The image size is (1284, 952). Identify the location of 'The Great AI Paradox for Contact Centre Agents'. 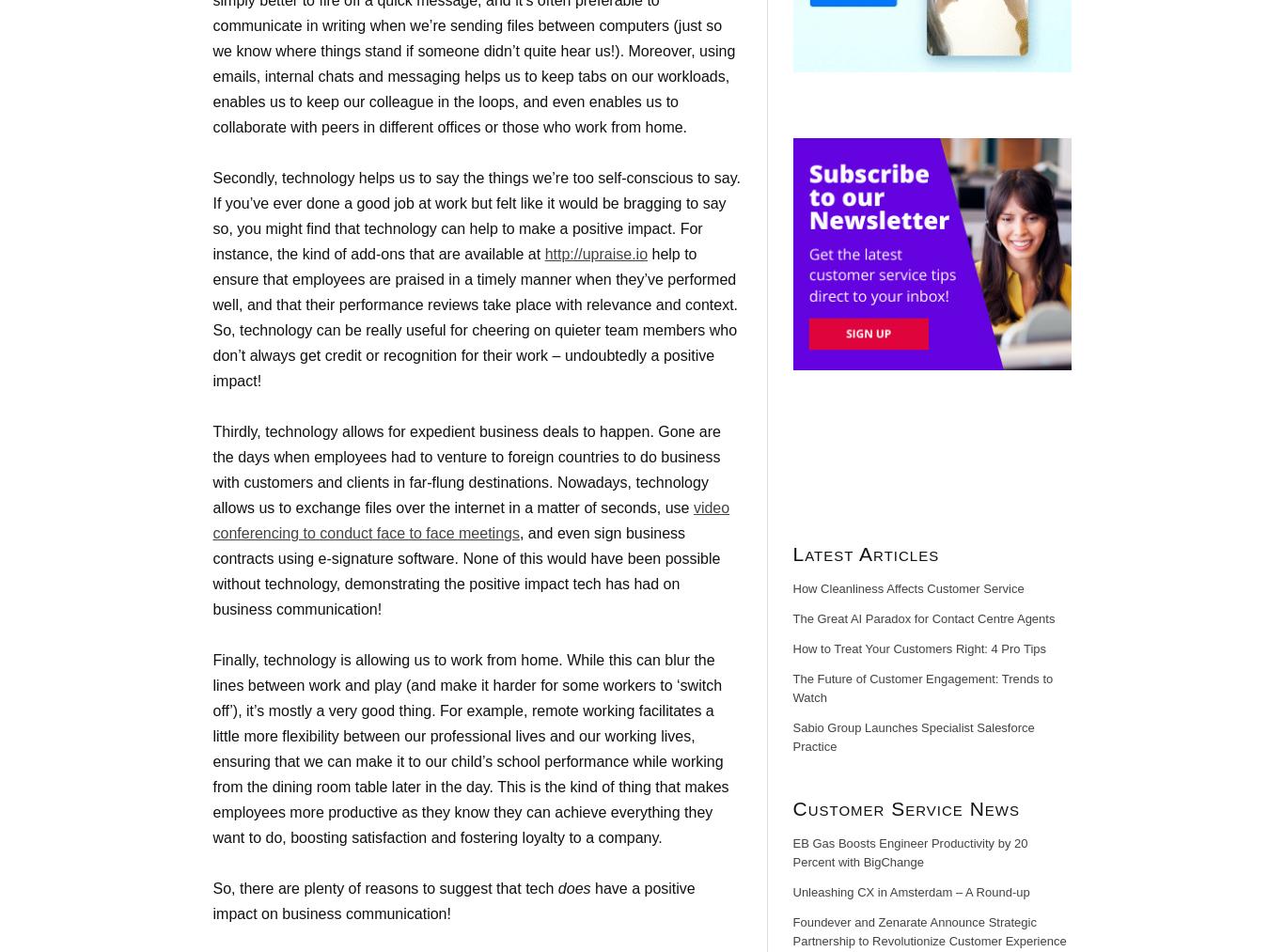
(923, 617).